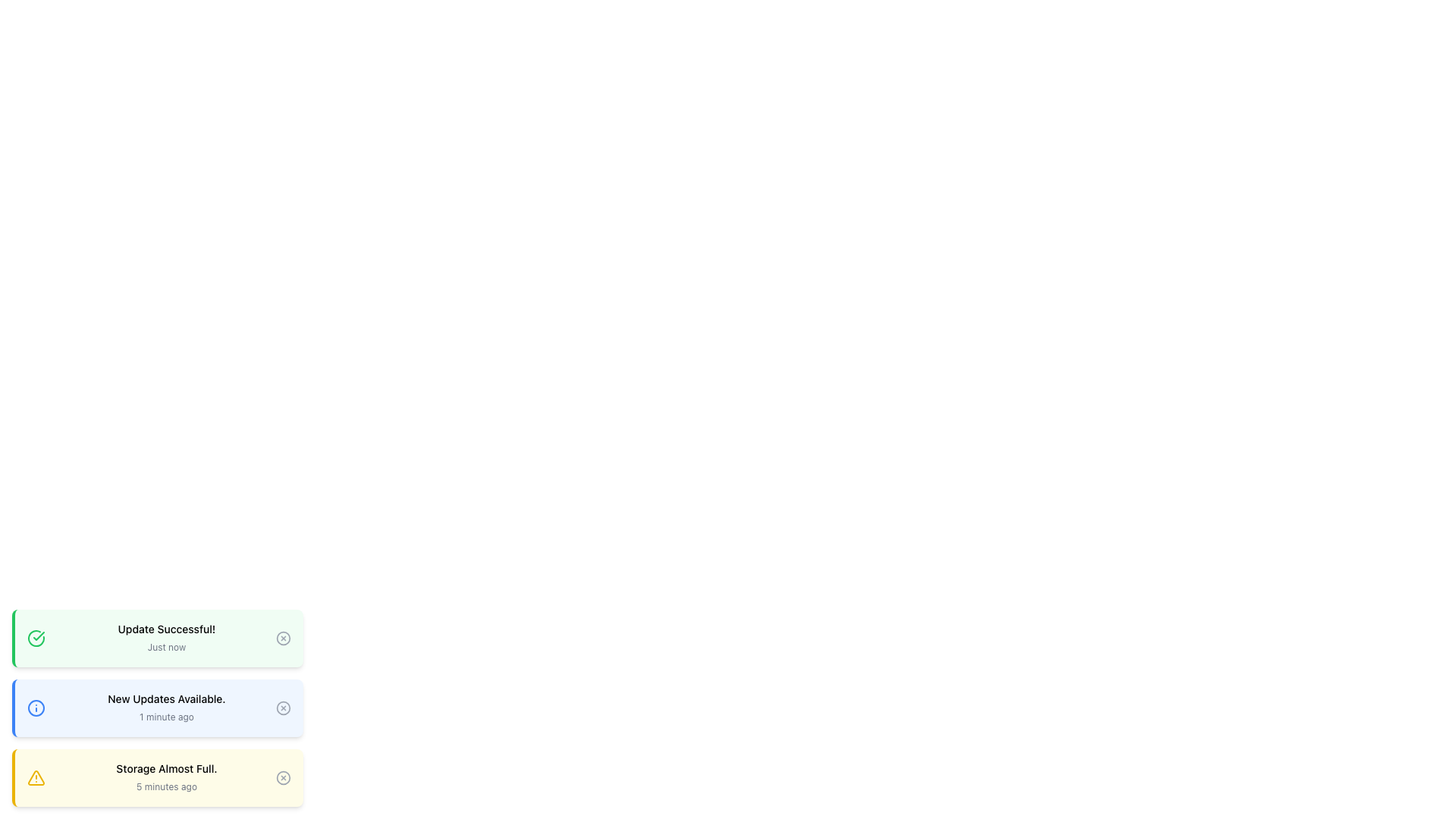 Image resolution: width=1456 pixels, height=819 pixels. I want to click on the circular outline of the information icon element, so click(36, 708).